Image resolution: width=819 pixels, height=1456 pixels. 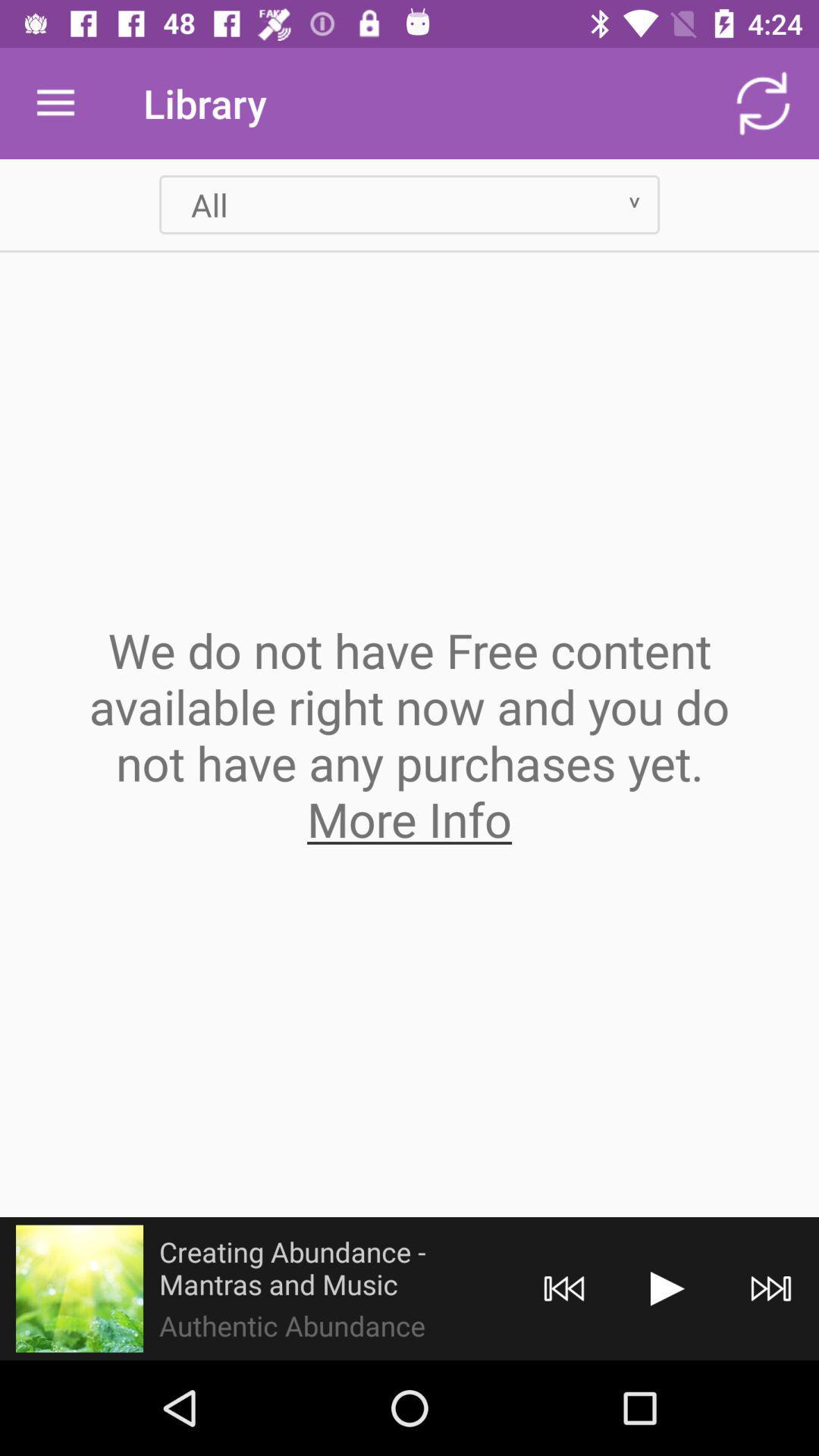 What do you see at coordinates (763, 102) in the screenshot?
I see `icon to the right of library item` at bounding box center [763, 102].